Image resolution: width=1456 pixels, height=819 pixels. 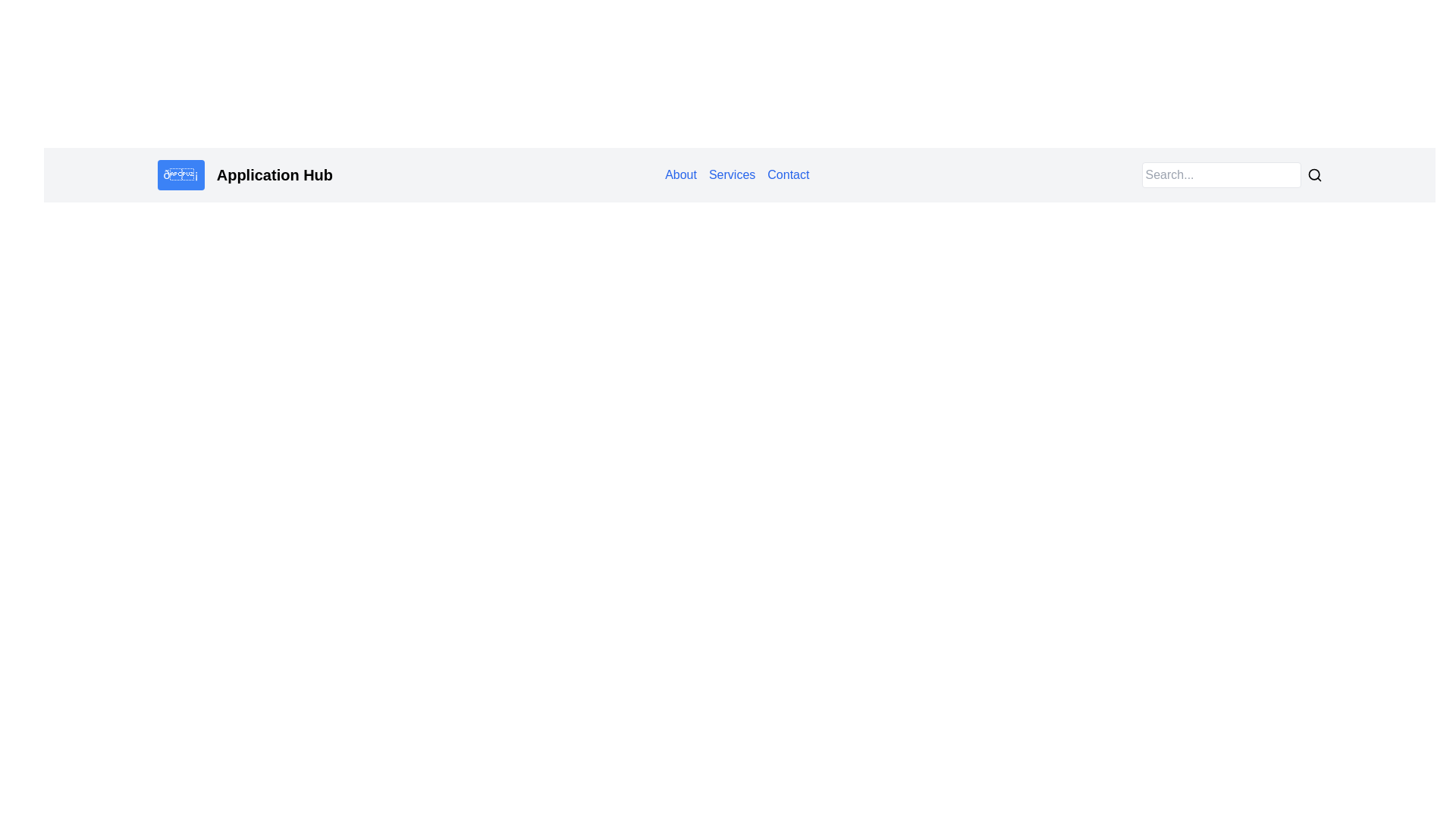 What do you see at coordinates (180, 174) in the screenshot?
I see `the application logo icon located in the top-left corner of the interface, next to the text 'Application Hub'` at bounding box center [180, 174].